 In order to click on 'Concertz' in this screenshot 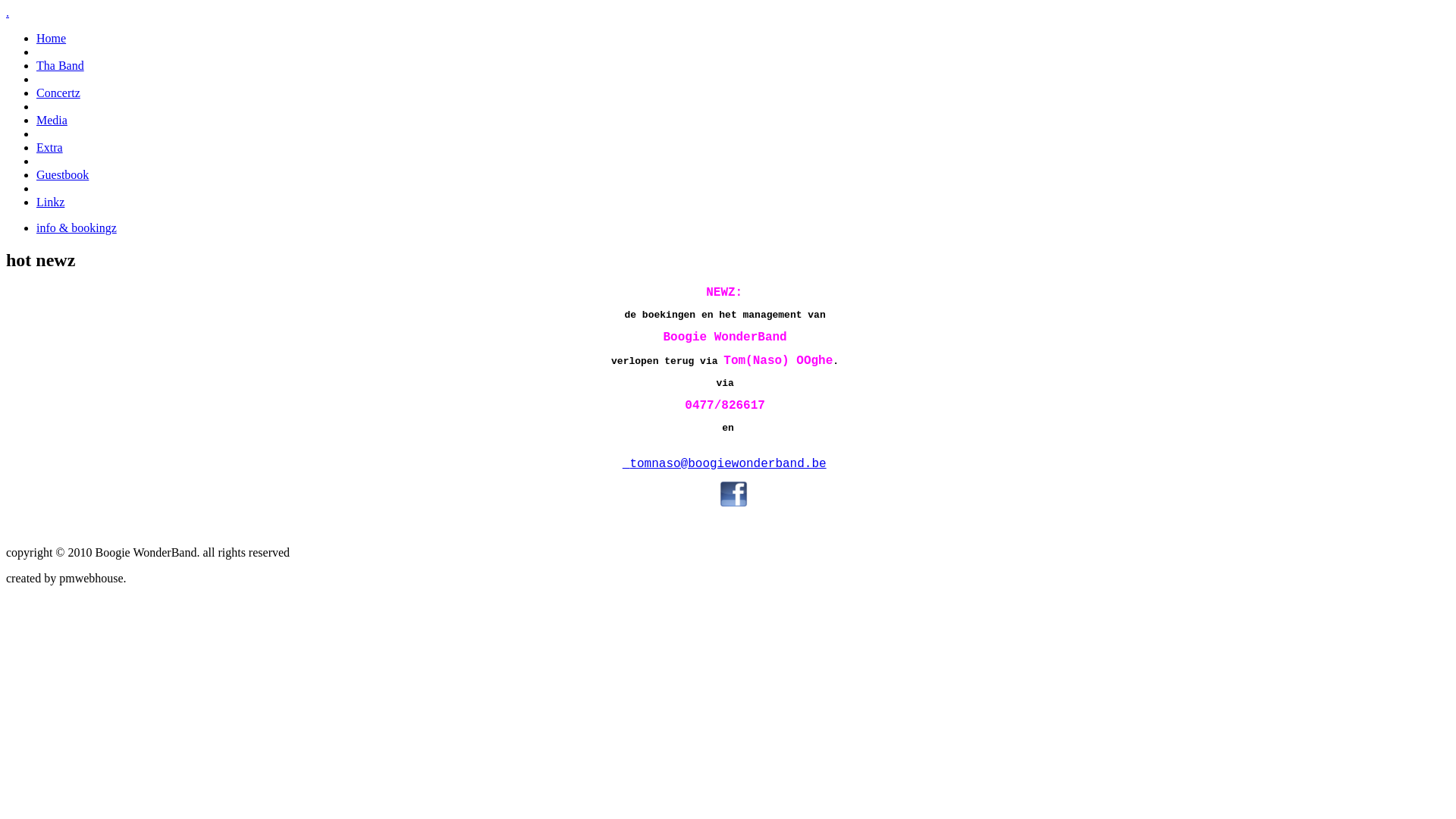, I will do `click(36, 93)`.